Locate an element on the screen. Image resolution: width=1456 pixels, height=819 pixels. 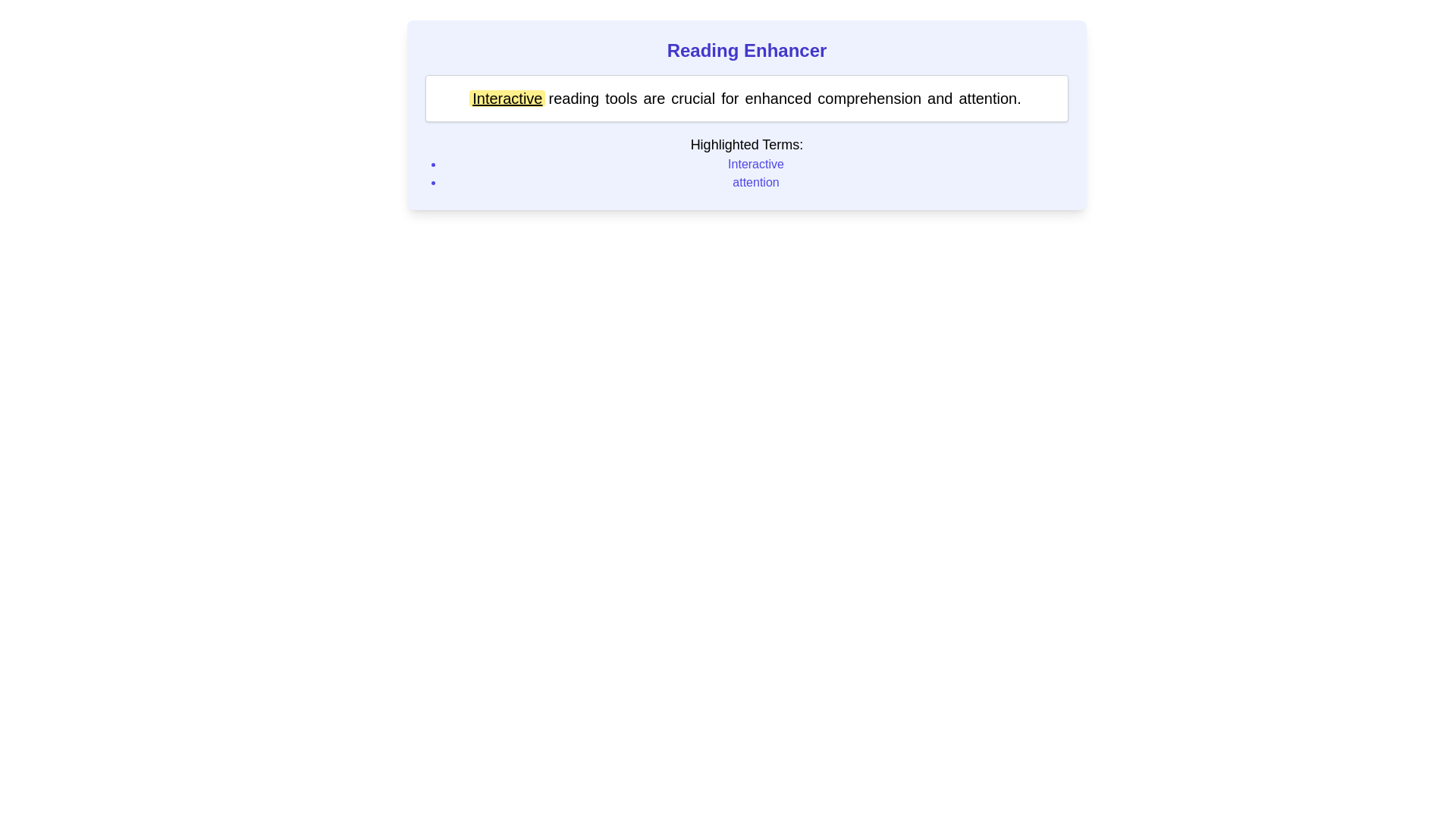
the second word in the text series that follows 'Interactive' and precedes 'tools', which serves as a non-interactive text label is located at coordinates (573, 99).